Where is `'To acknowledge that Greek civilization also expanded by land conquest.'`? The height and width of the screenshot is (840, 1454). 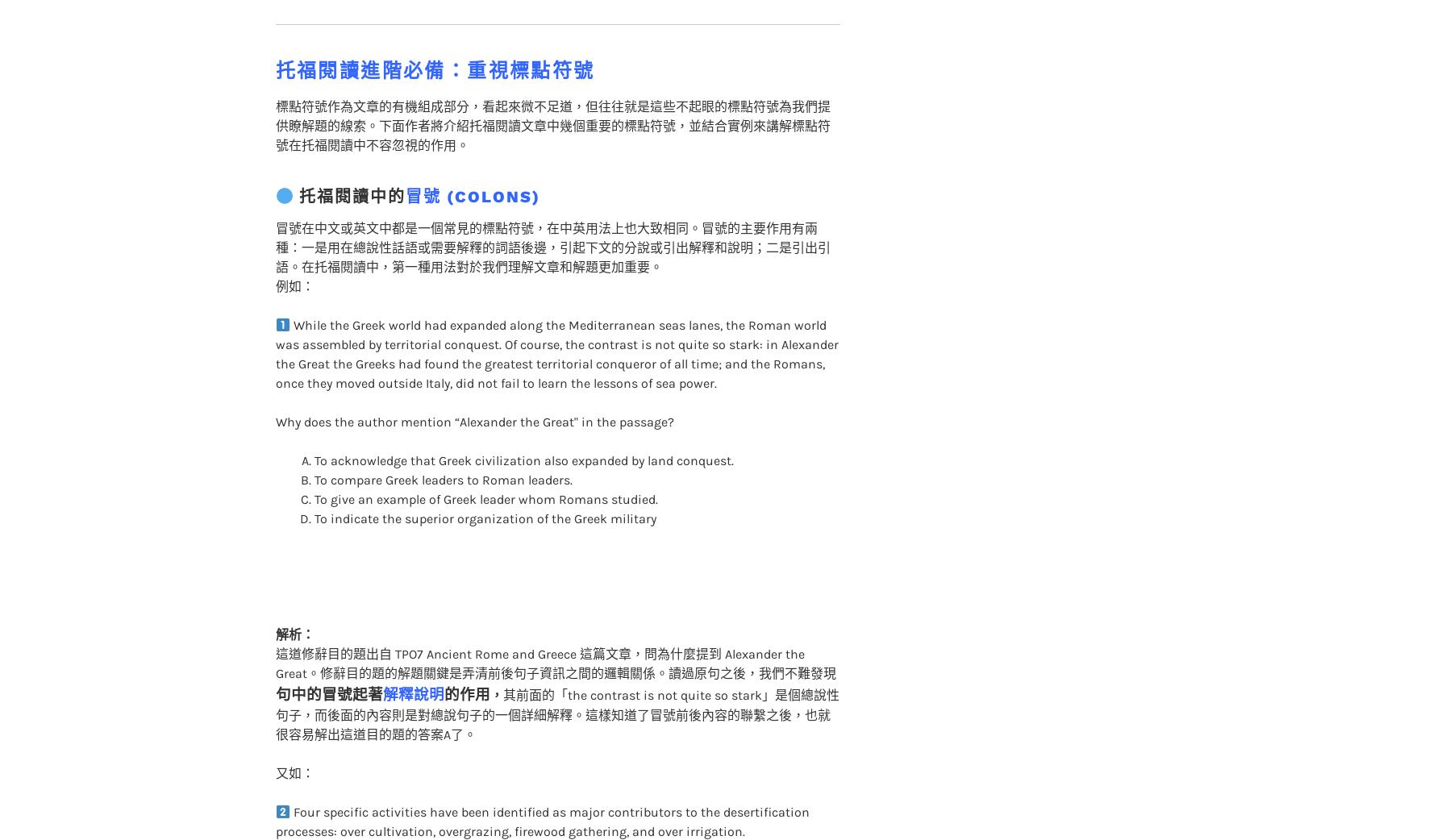
'To acknowledge that Greek civilization also expanded by land conquest.' is located at coordinates (523, 427).